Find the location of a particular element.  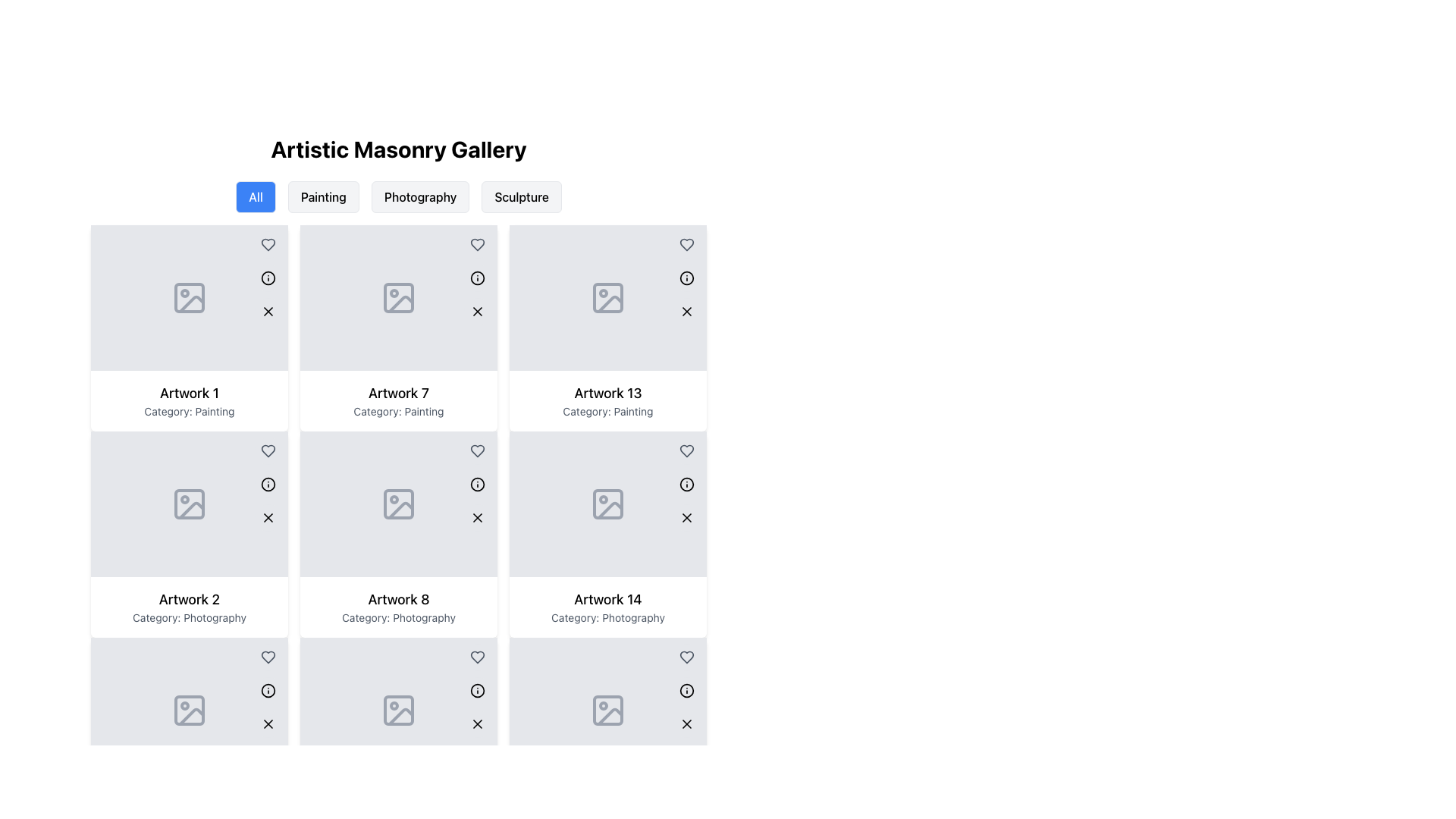

the icon representing an image within the card labeled 'Artwork 14' in the 'Artistic Masonry Gallery' is located at coordinates (607, 711).